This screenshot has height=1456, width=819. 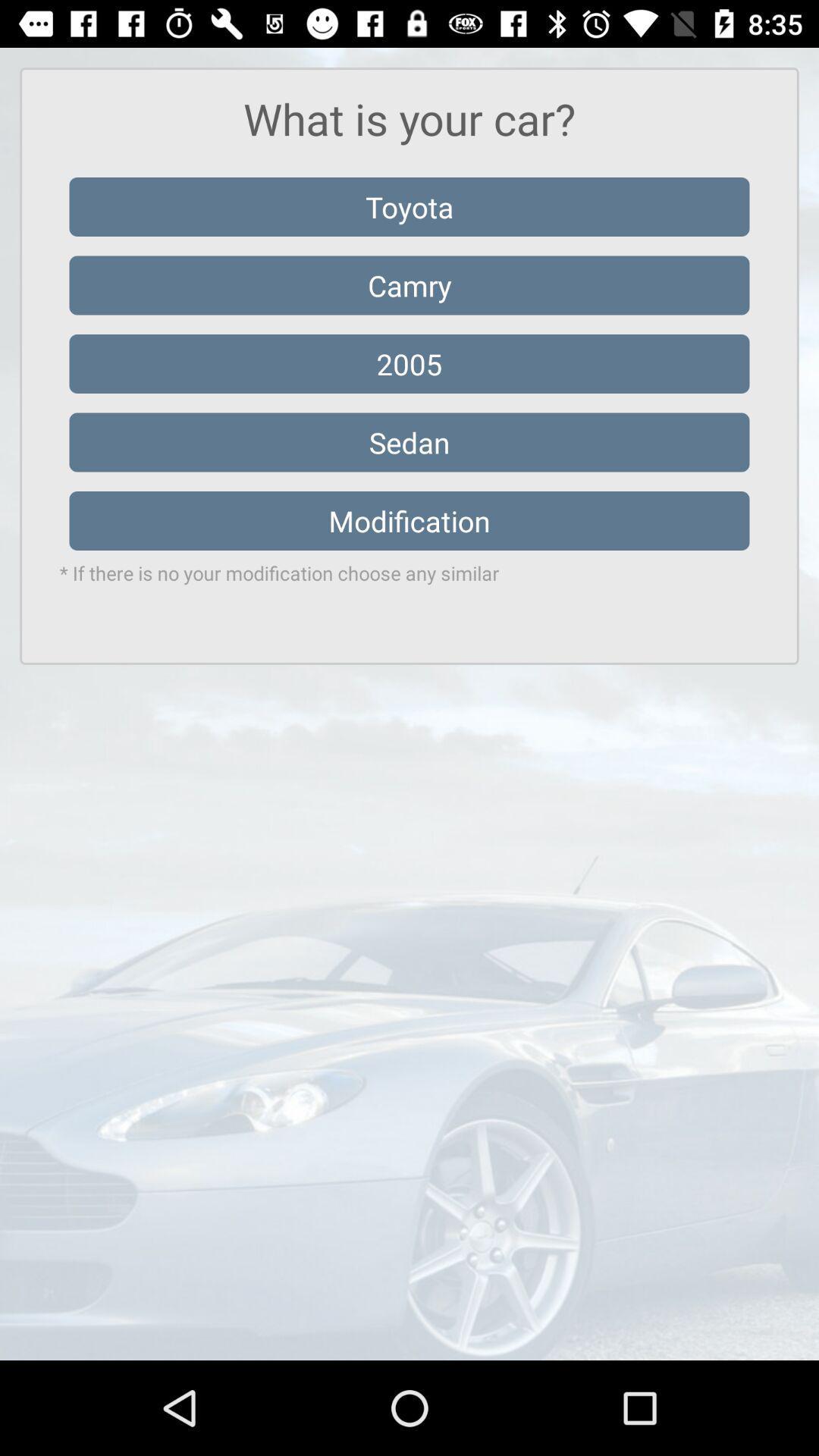 What do you see at coordinates (409, 285) in the screenshot?
I see `icon above the 2005 icon` at bounding box center [409, 285].